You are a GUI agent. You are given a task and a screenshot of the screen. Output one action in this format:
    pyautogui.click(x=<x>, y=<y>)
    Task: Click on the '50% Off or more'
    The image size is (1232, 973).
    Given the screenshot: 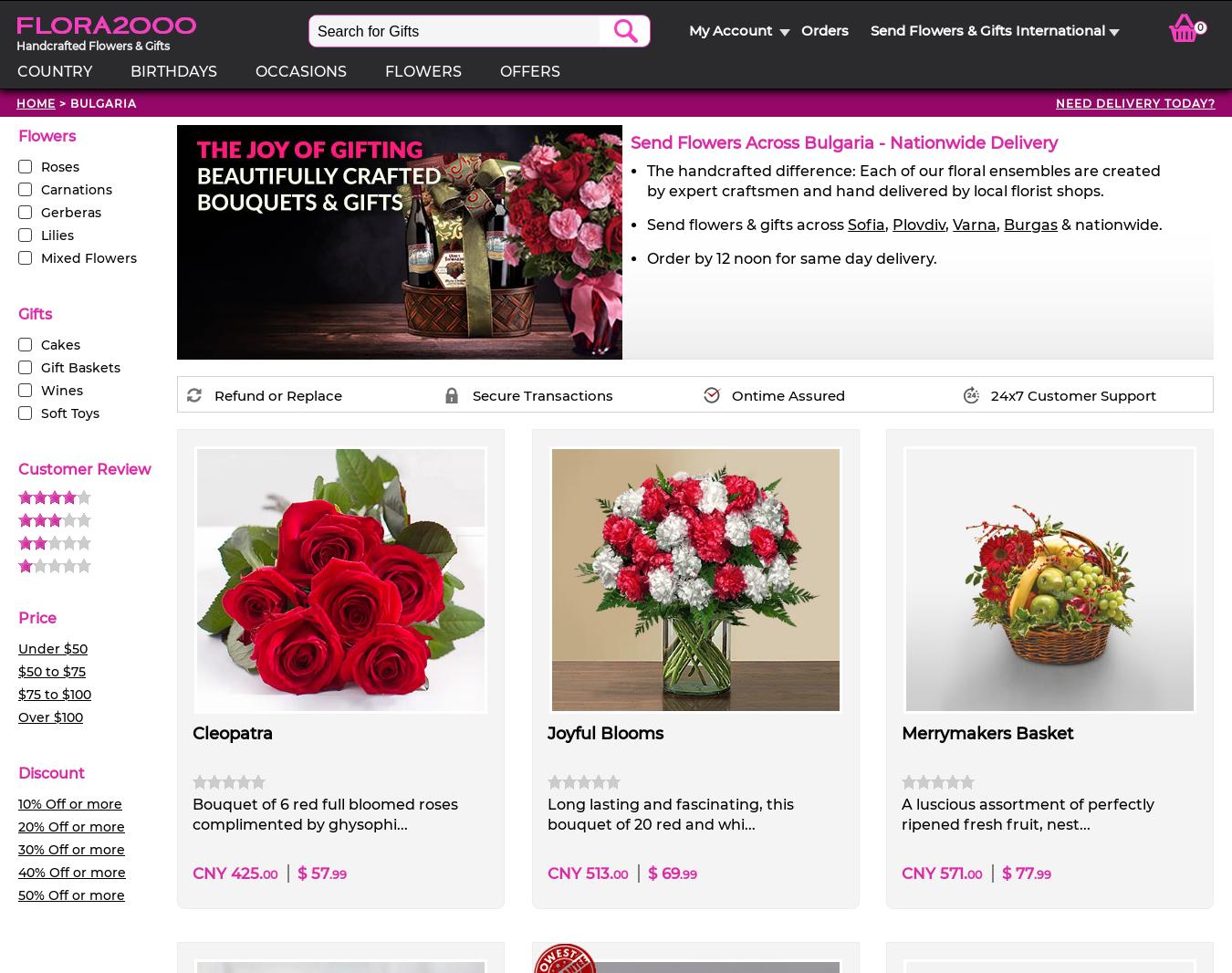 What is the action you would take?
    pyautogui.click(x=70, y=895)
    